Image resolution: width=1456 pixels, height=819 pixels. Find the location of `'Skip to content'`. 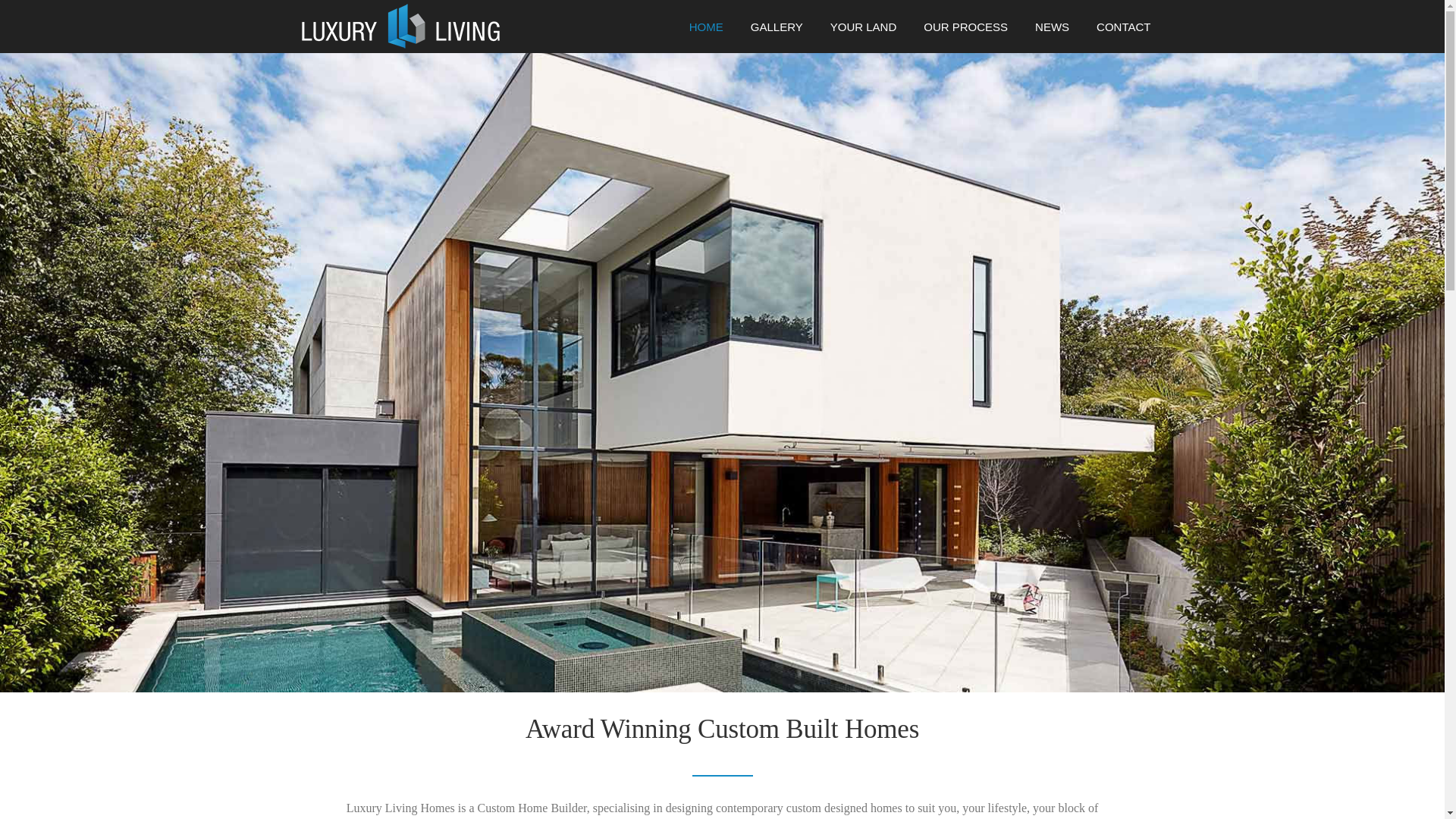

'Skip to content' is located at coordinates (36, 10).